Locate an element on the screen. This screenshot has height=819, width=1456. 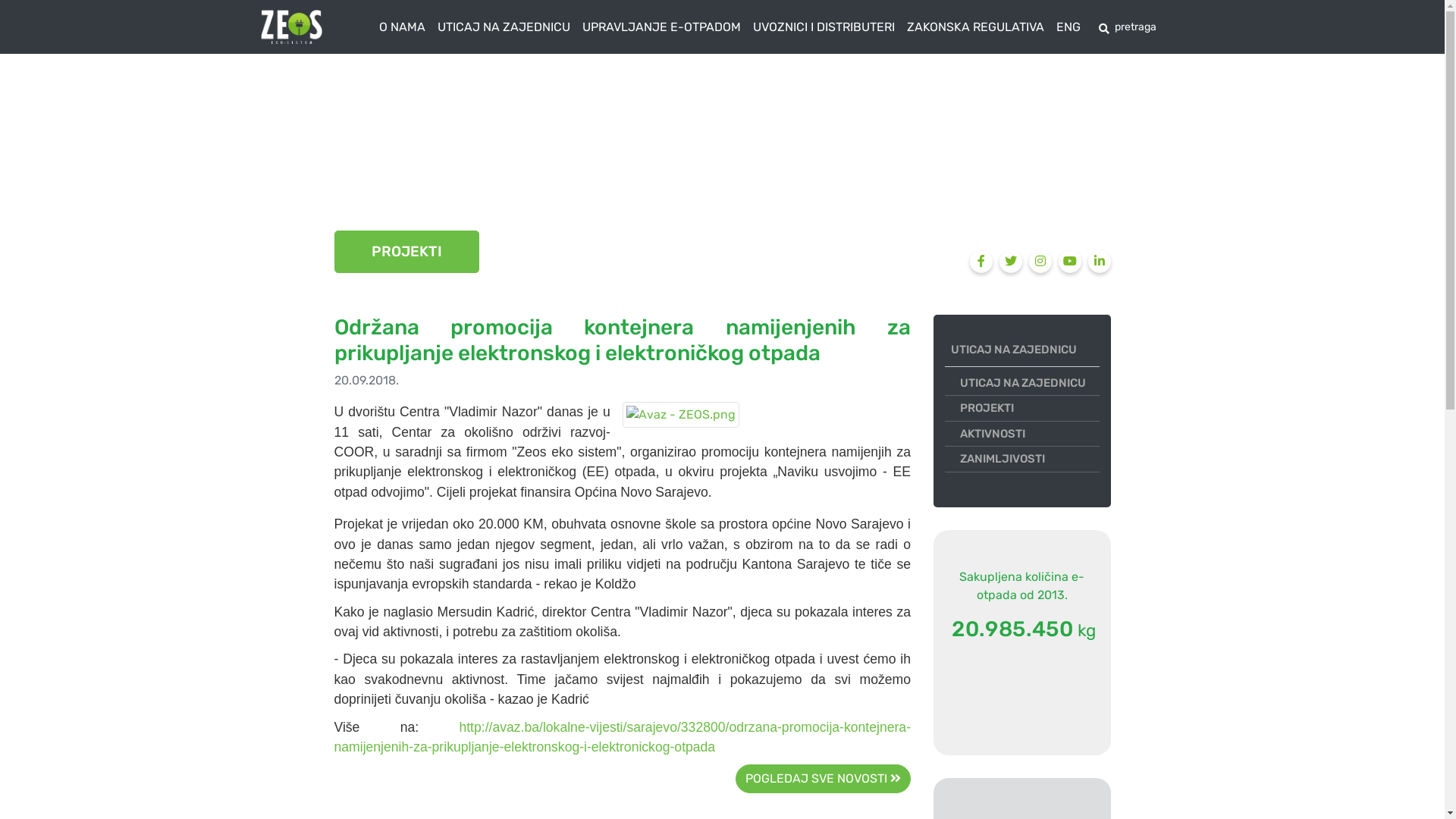
'UTICAJ NA ZAJEDNICU' is located at coordinates (1025, 350).